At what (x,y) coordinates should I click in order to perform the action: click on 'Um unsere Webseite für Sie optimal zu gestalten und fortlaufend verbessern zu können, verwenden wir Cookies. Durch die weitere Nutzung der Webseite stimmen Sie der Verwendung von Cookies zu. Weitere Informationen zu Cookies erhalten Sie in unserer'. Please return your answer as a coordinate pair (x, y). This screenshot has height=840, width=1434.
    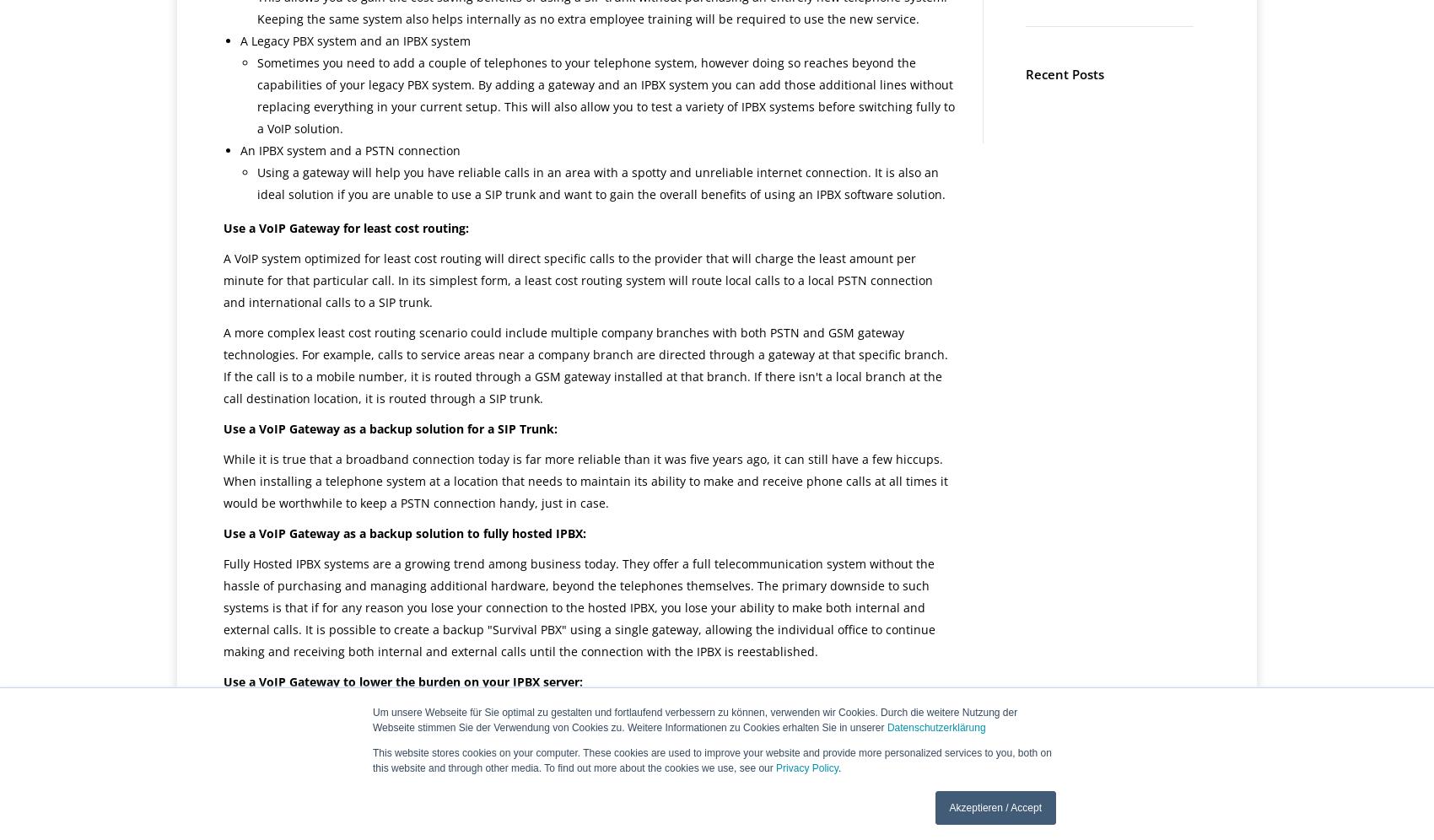
    Looking at the image, I should click on (693, 719).